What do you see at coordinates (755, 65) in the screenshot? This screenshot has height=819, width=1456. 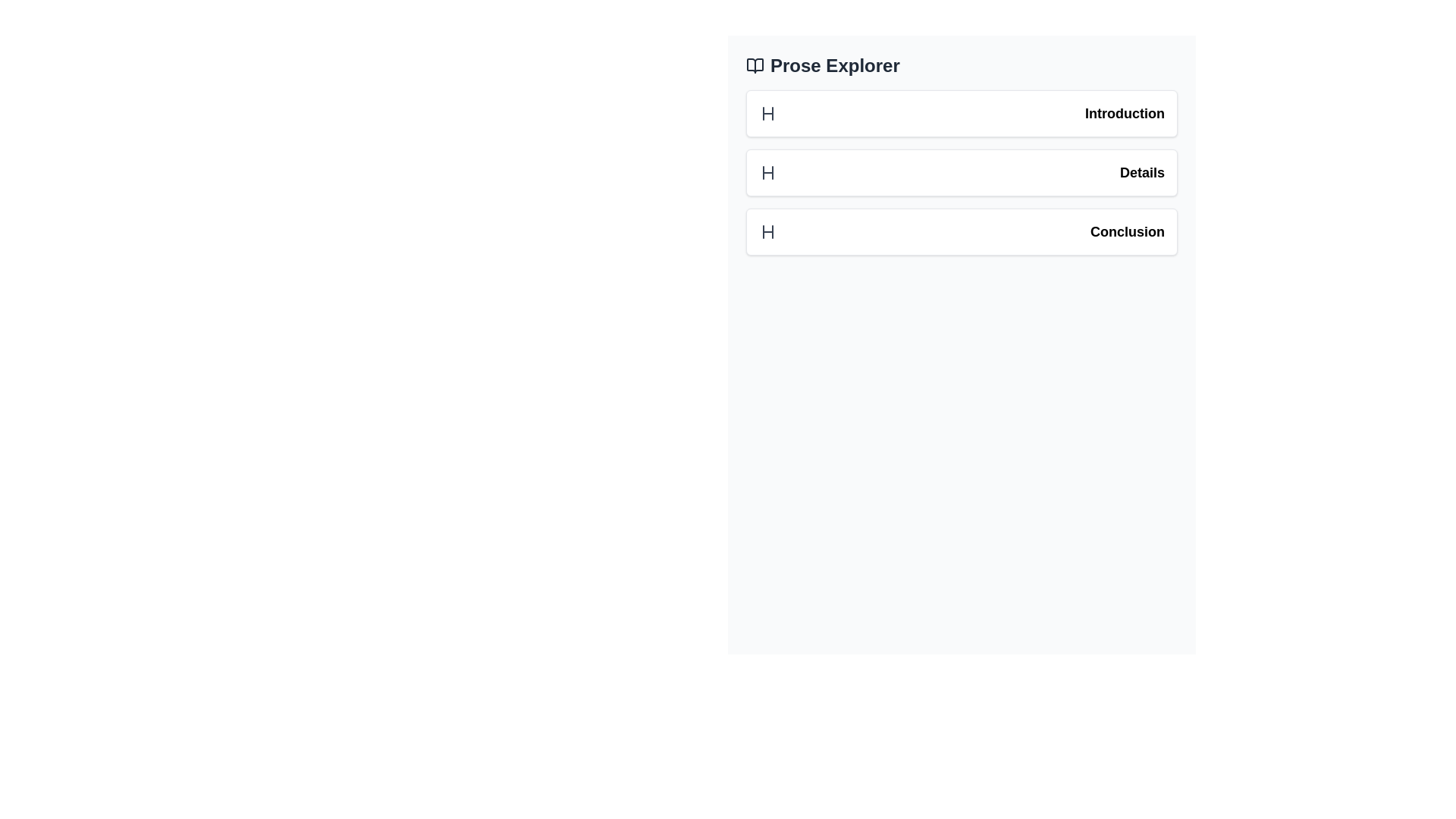 I see `the decorative icon representing 'Prose Explorer', located at the top left corner of the application view` at bounding box center [755, 65].